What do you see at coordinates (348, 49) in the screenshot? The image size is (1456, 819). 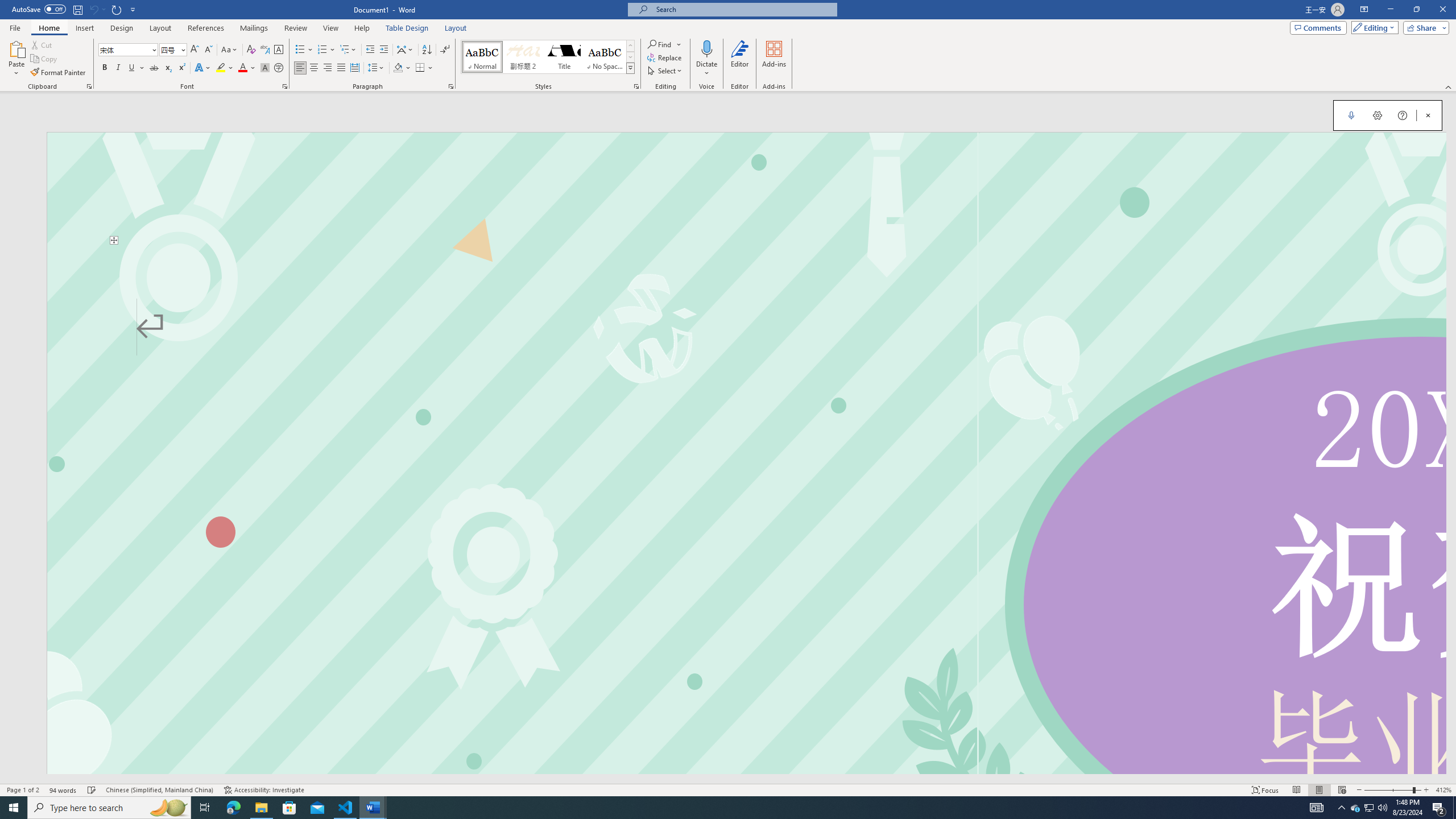 I see `'Multilevel List'` at bounding box center [348, 49].